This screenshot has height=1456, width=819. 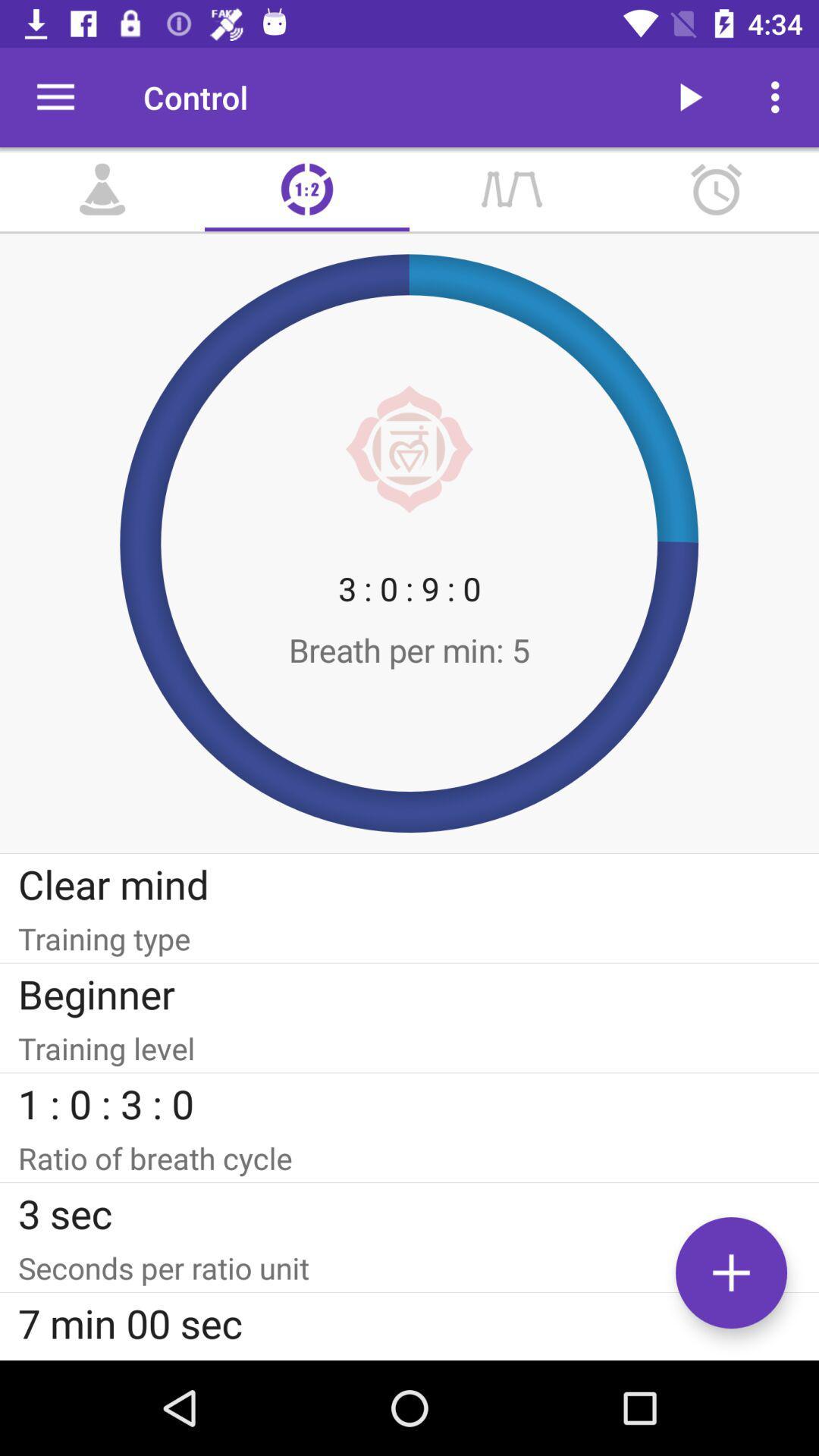 I want to click on item below the 3 sec, so click(x=409, y=1268).